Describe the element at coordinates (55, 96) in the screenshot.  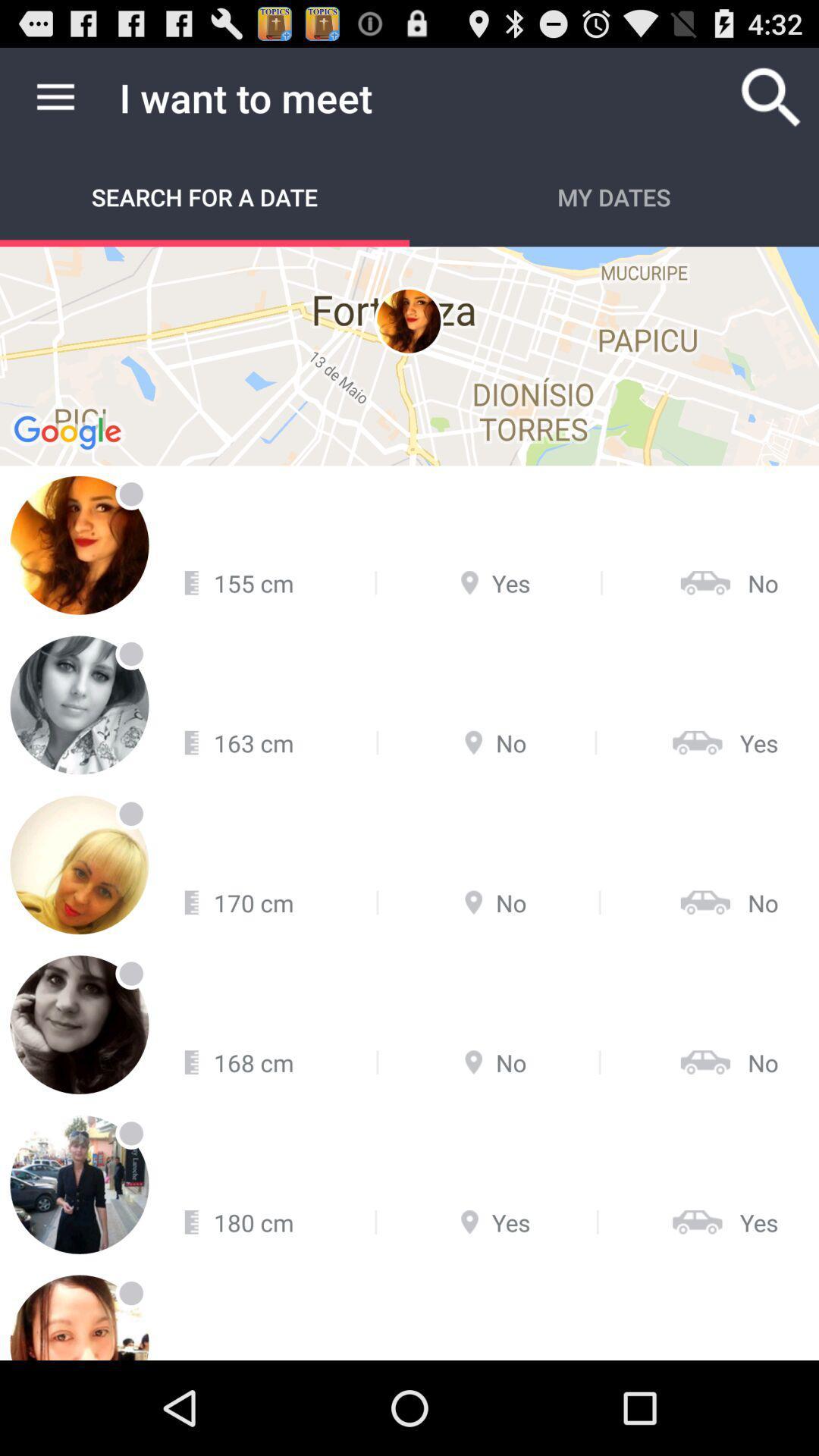
I see `icon next to the i want to app` at that location.